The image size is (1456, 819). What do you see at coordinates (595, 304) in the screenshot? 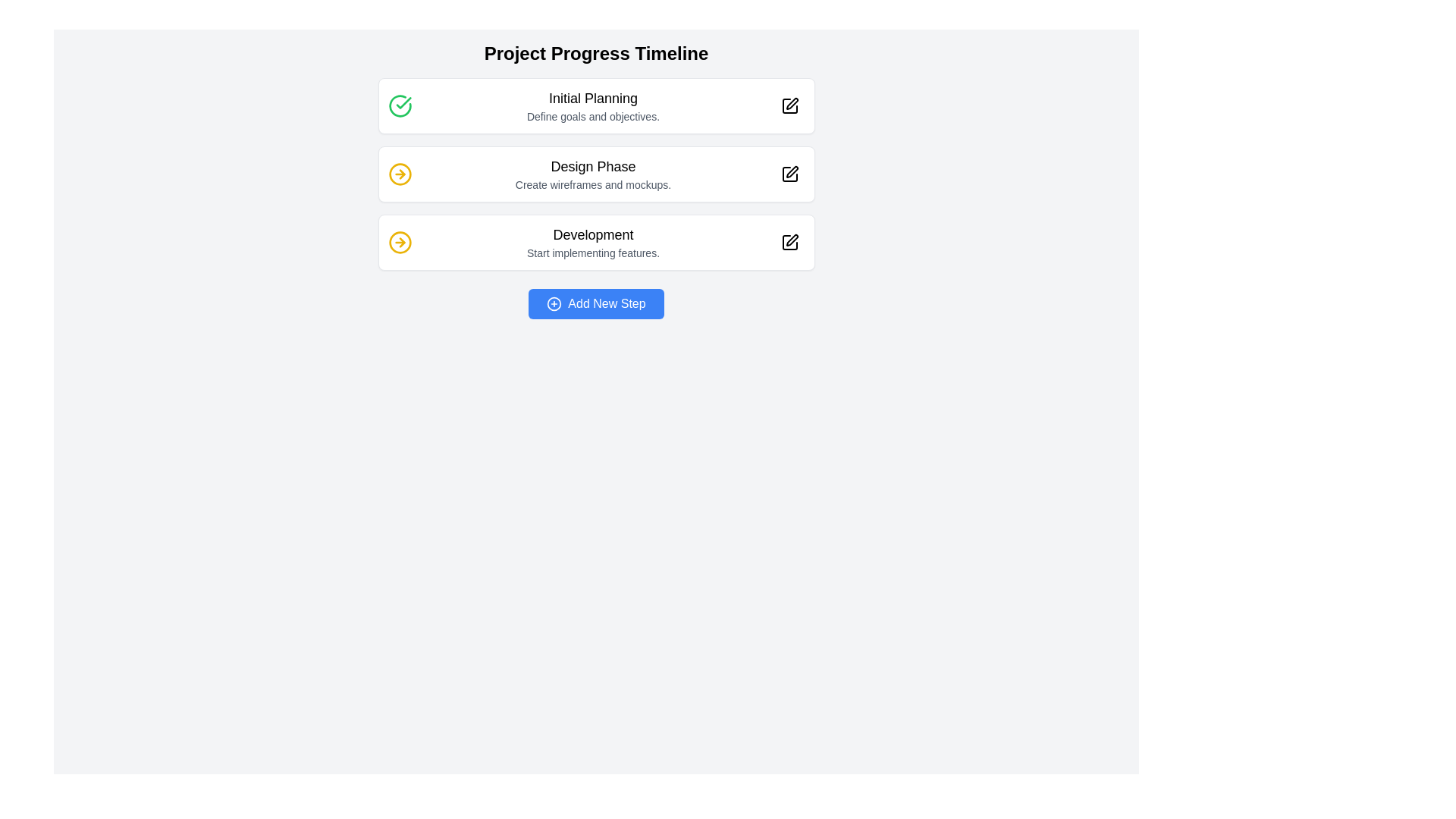
I see `the button that allows users to add a new step to the project timeline by clicking it, positioned below the list items in the bottom section` at bounding box center [595, 304].